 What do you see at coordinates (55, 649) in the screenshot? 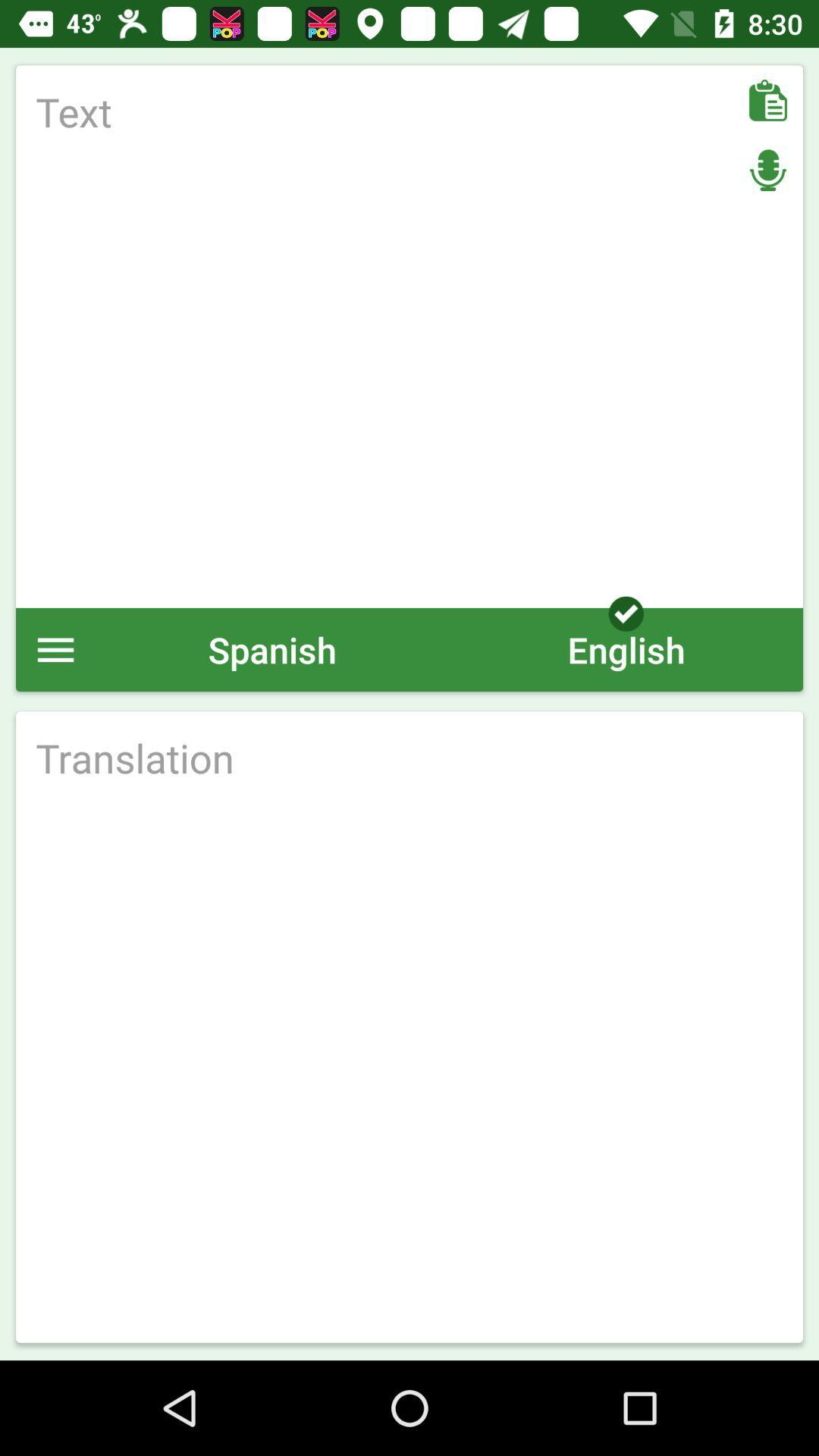
I see `menu` at bounding box center [55, 649].